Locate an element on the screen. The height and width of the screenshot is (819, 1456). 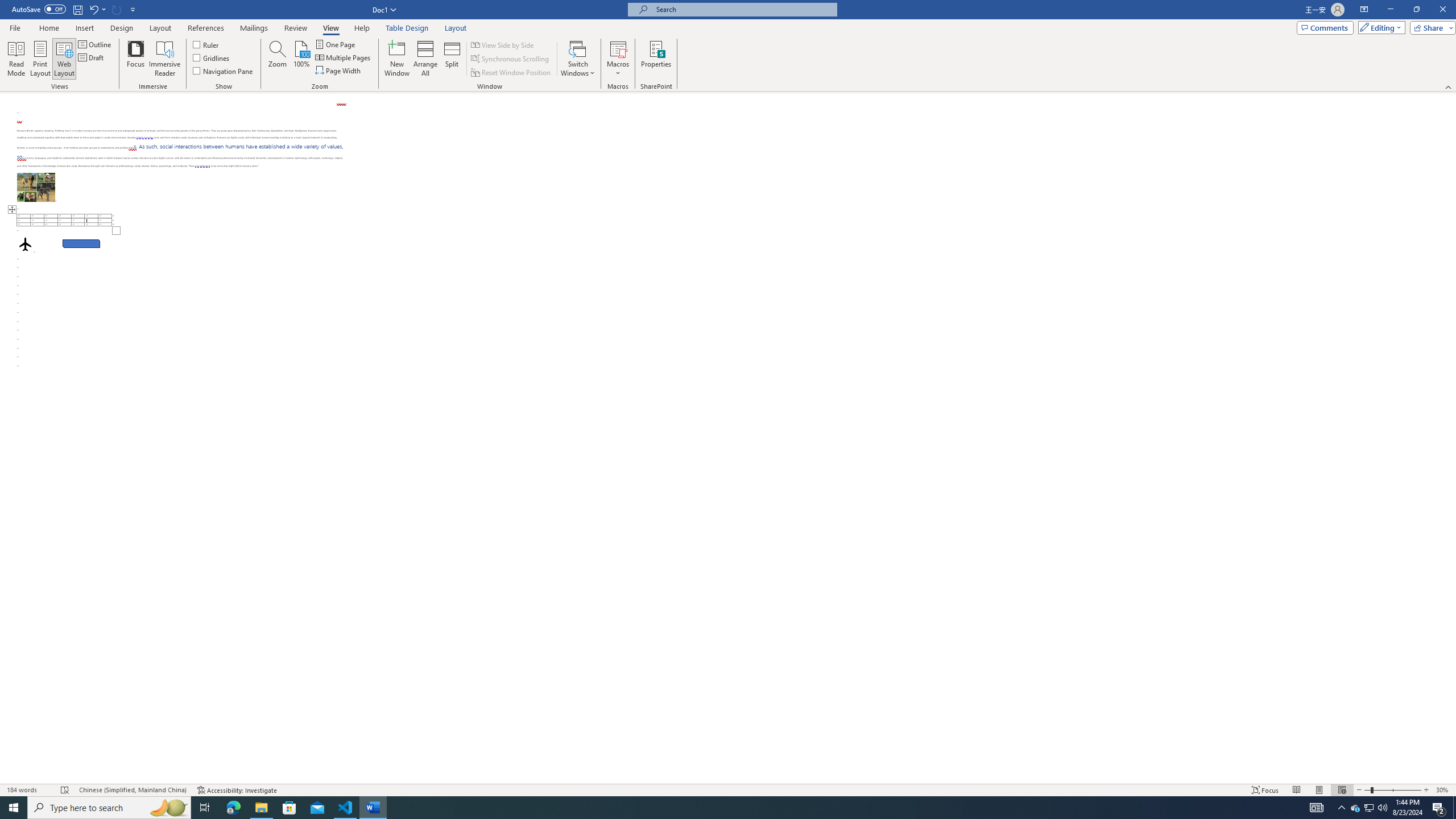
'More Options' is located at coordinates (617, 68).